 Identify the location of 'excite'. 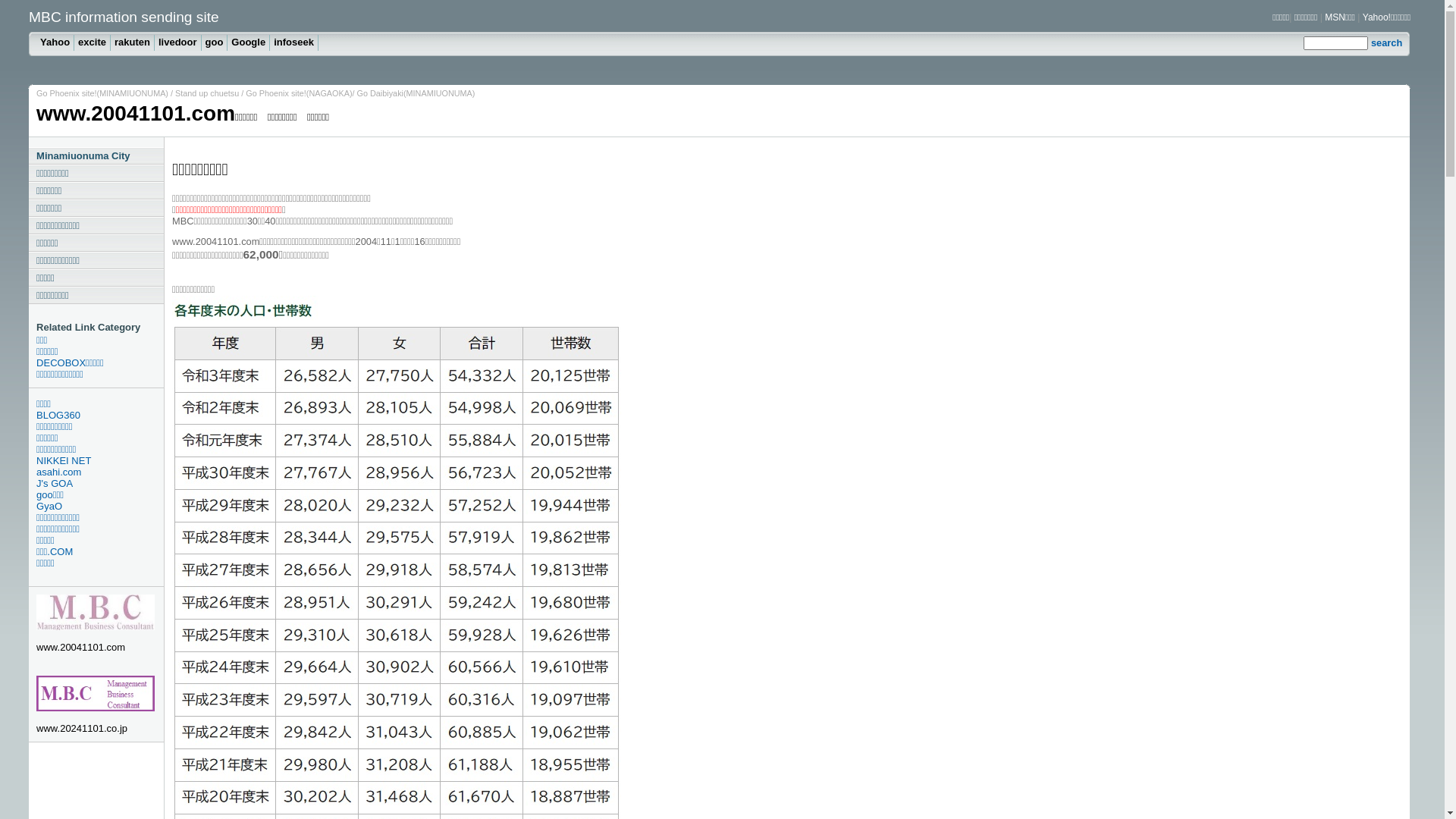
(91, 42).